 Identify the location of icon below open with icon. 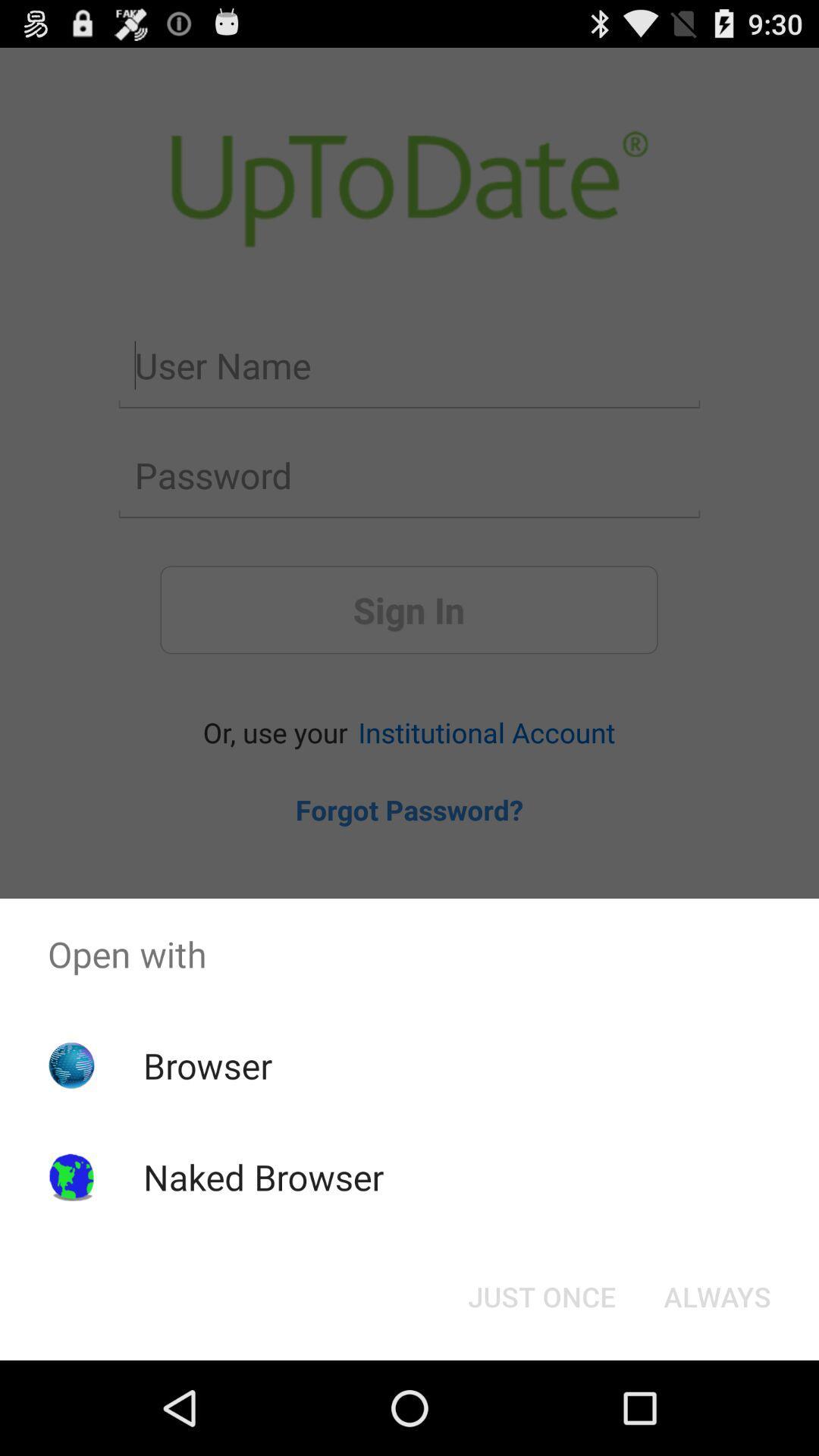
(717, 1295).